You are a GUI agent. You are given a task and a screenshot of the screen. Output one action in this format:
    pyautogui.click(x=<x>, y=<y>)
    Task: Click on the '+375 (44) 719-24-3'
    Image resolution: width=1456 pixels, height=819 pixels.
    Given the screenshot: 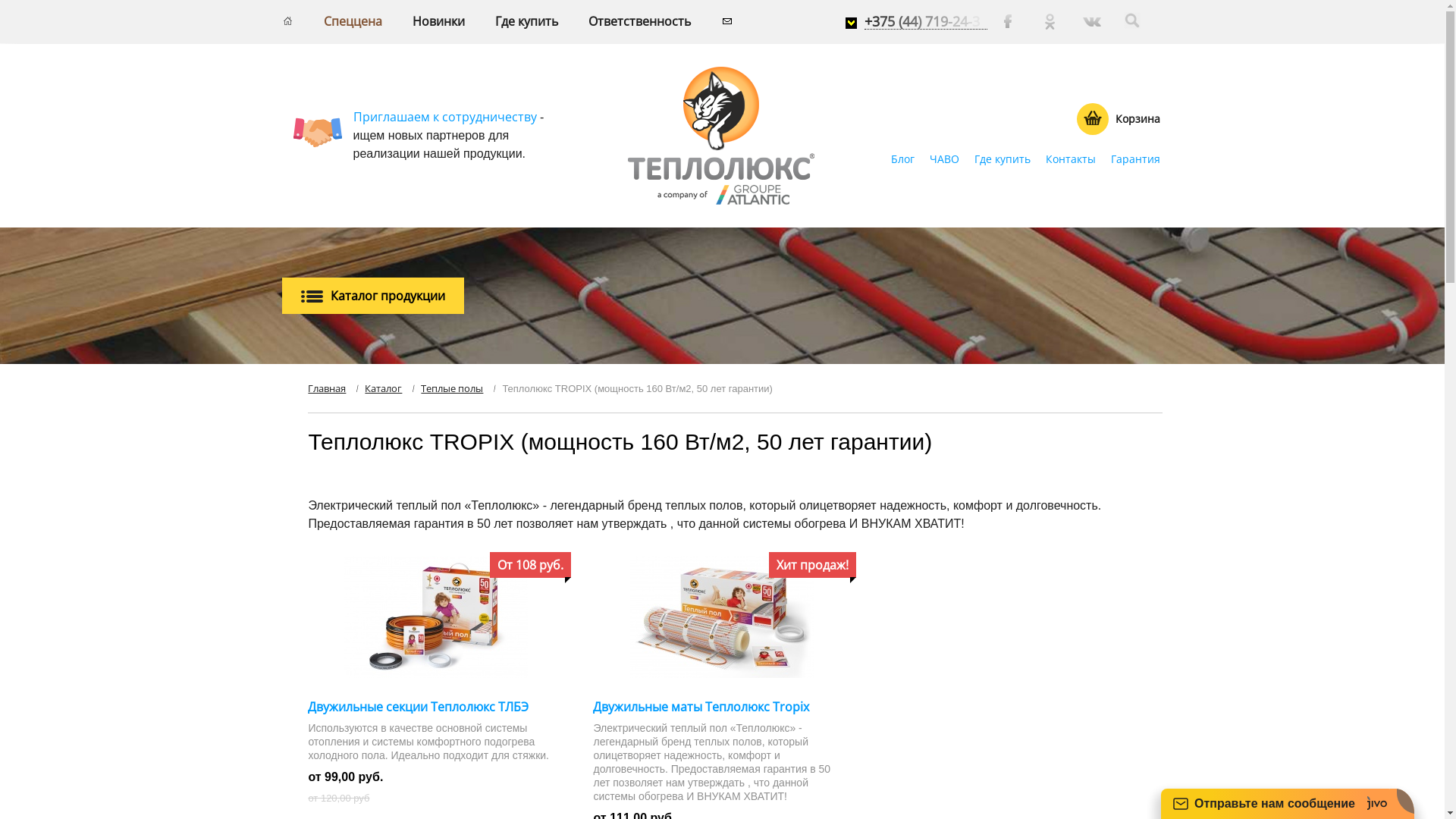 What is the action you would take?
    pyautogui.click(x=924, y=21)
    